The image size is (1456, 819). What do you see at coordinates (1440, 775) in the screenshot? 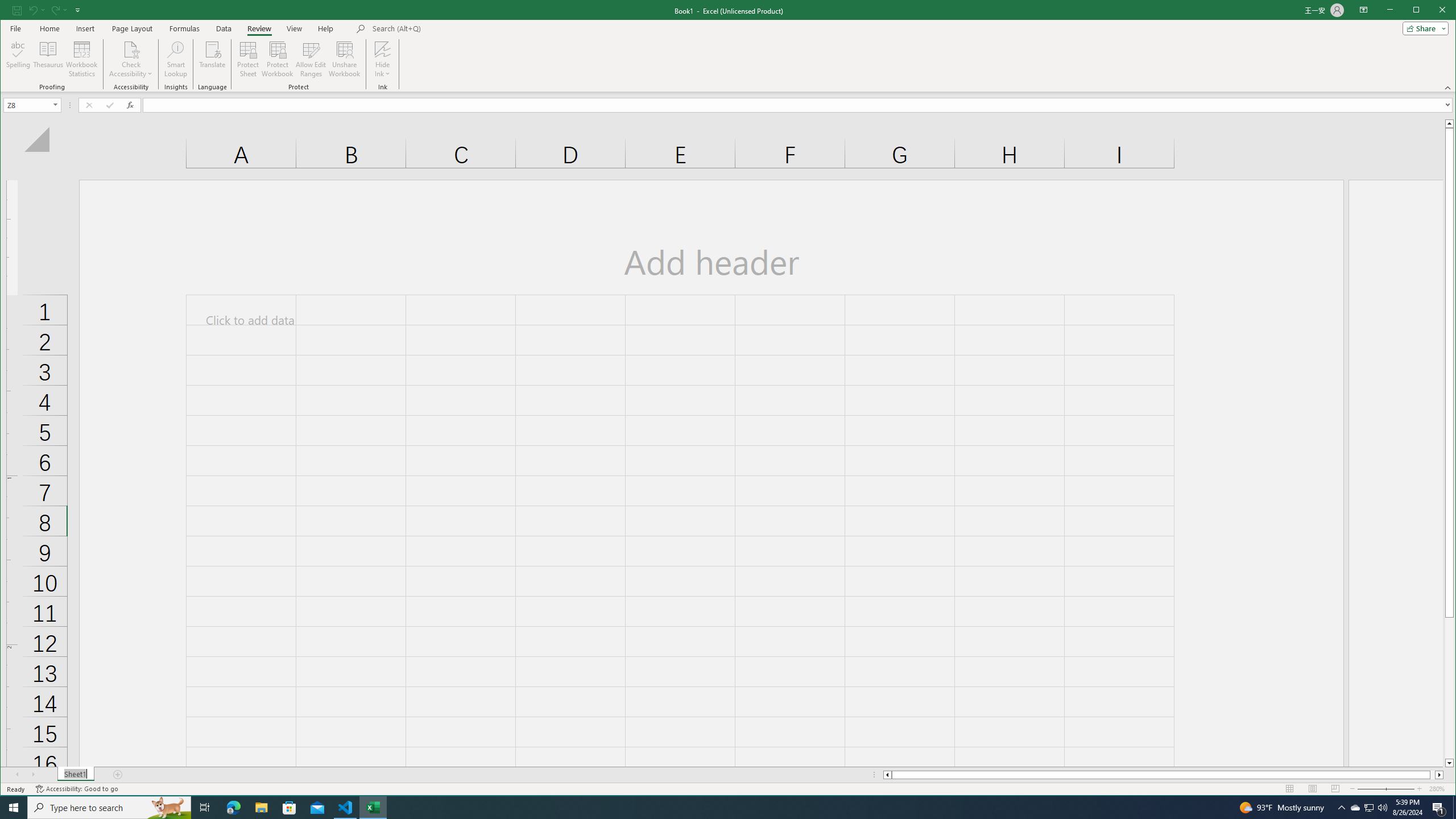
I see `'Column right'` at bounding box center [1440, 775].